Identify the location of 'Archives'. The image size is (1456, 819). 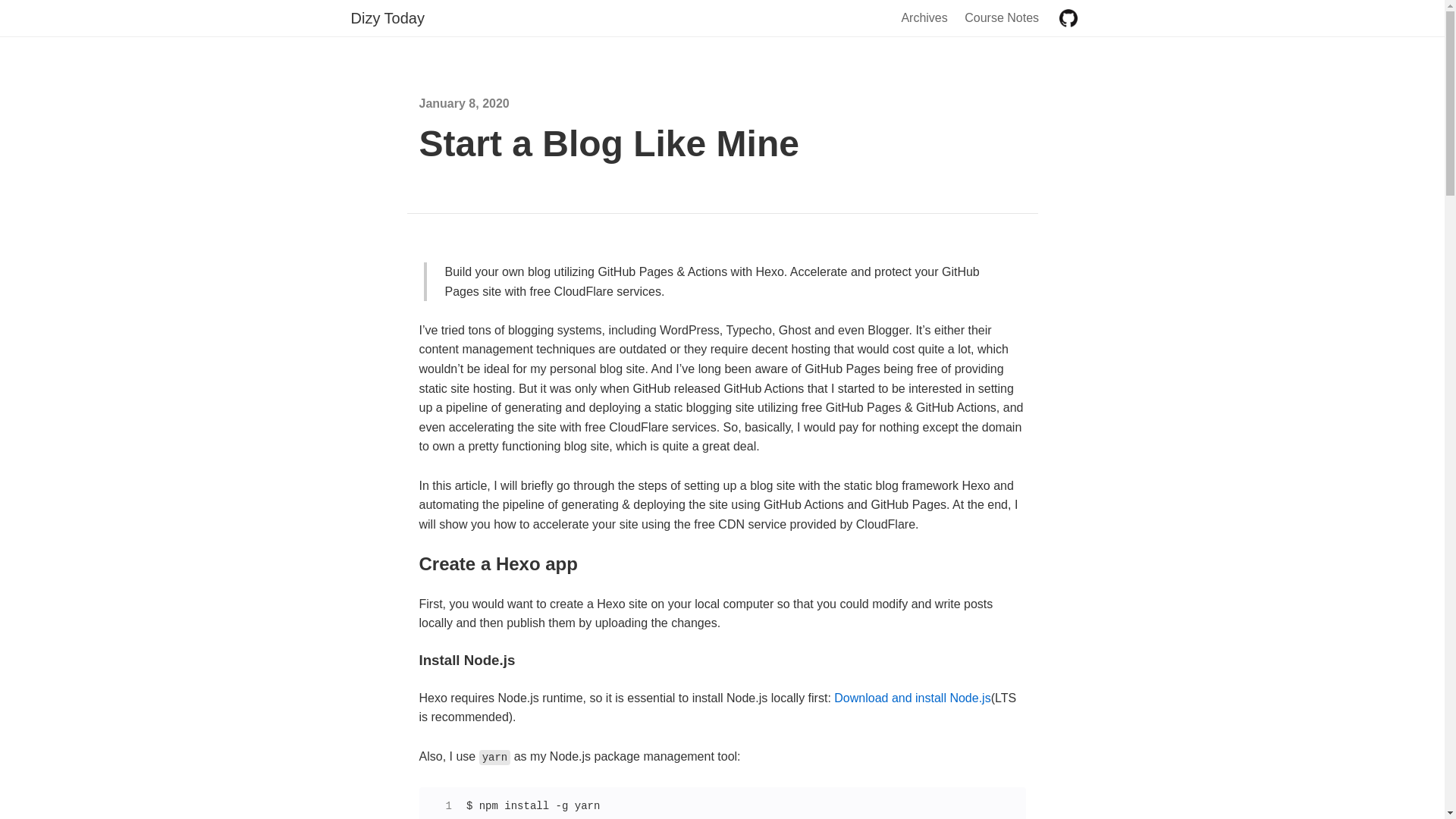
(901, 17).